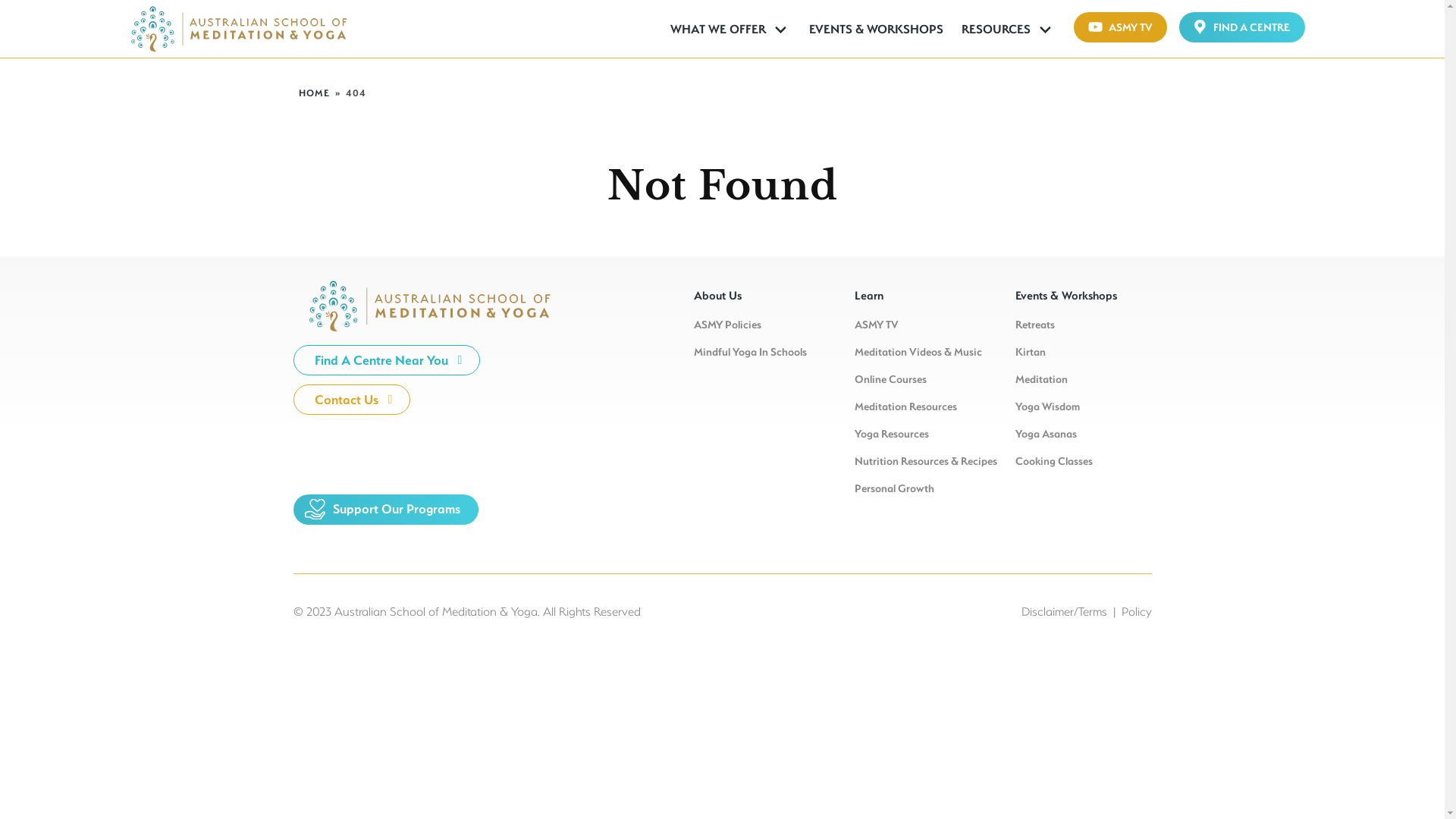 Image resolution: width=1456 pixels, height=819 pixels. What do you see at coordinates (386, 359) in the screenshot?
I see `'Find A Centre Near You'` at bounding box center [386, 359].